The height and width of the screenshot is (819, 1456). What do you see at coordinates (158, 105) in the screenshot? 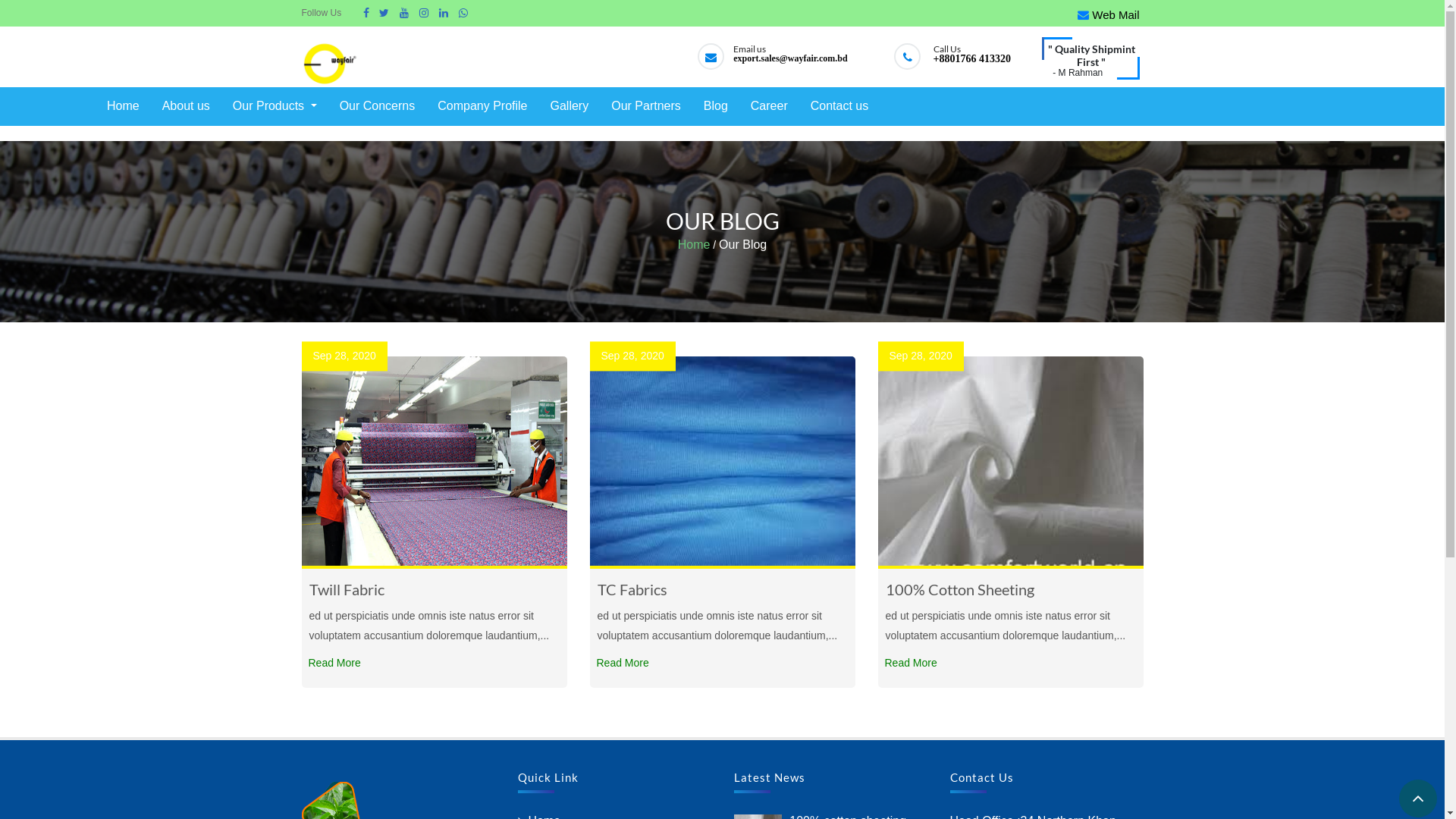
I see `'About us'` at bounding box center [158, 105].